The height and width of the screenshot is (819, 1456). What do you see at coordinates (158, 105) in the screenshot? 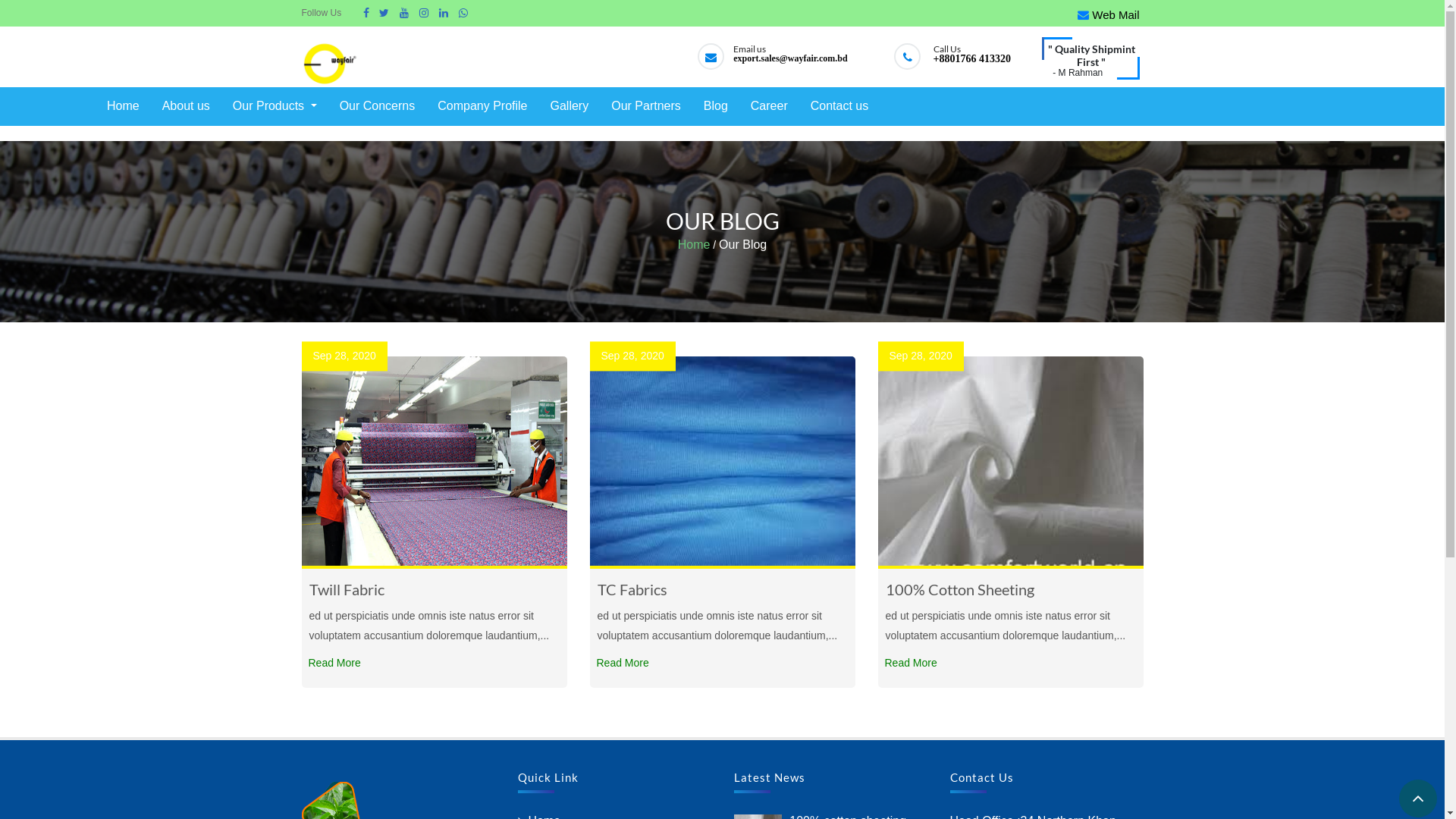
I see `'About us'` at bounding box center [158, 105].